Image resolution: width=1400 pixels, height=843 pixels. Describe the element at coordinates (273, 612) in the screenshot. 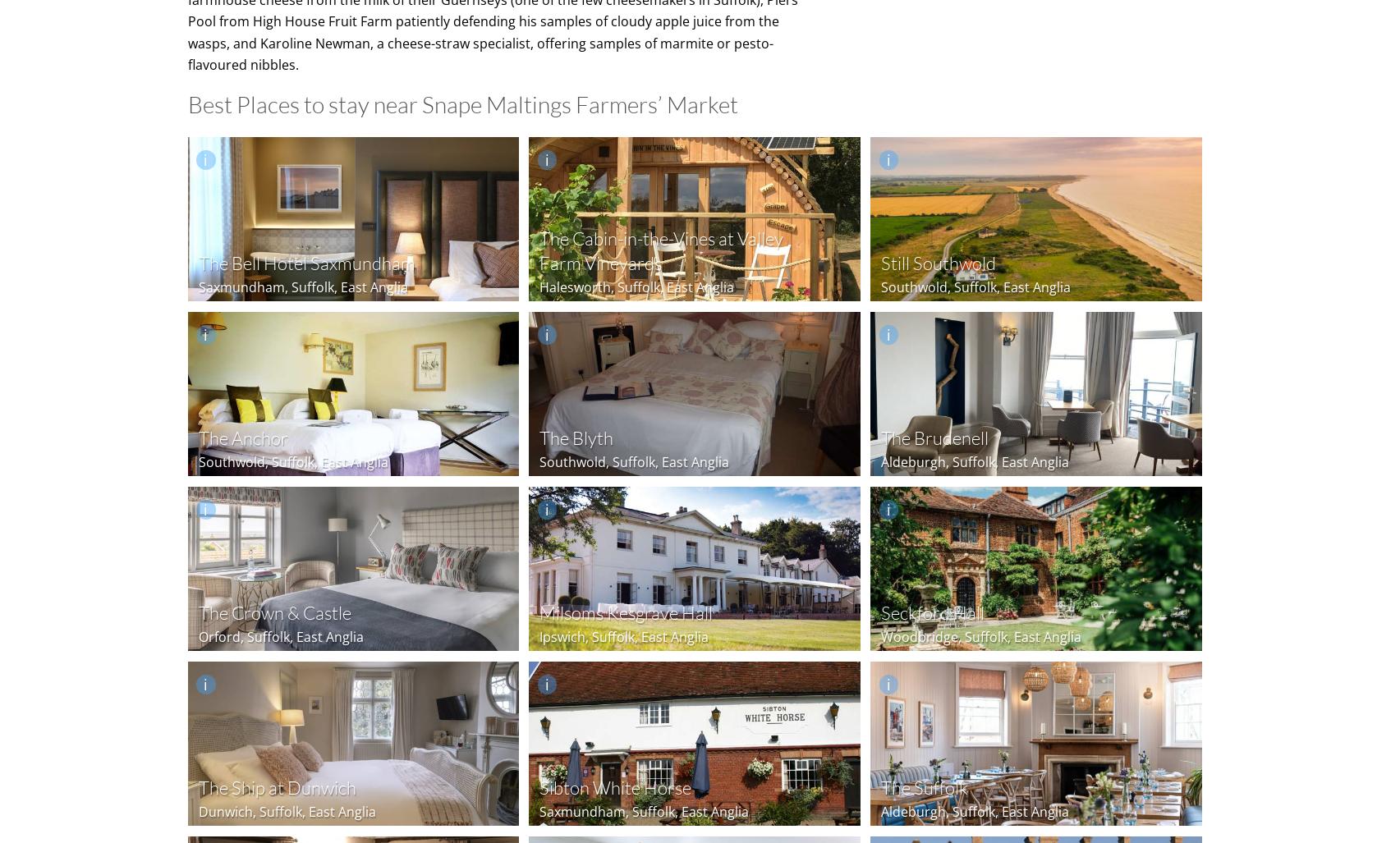

I see `'The Crown & Castle'` at that location.